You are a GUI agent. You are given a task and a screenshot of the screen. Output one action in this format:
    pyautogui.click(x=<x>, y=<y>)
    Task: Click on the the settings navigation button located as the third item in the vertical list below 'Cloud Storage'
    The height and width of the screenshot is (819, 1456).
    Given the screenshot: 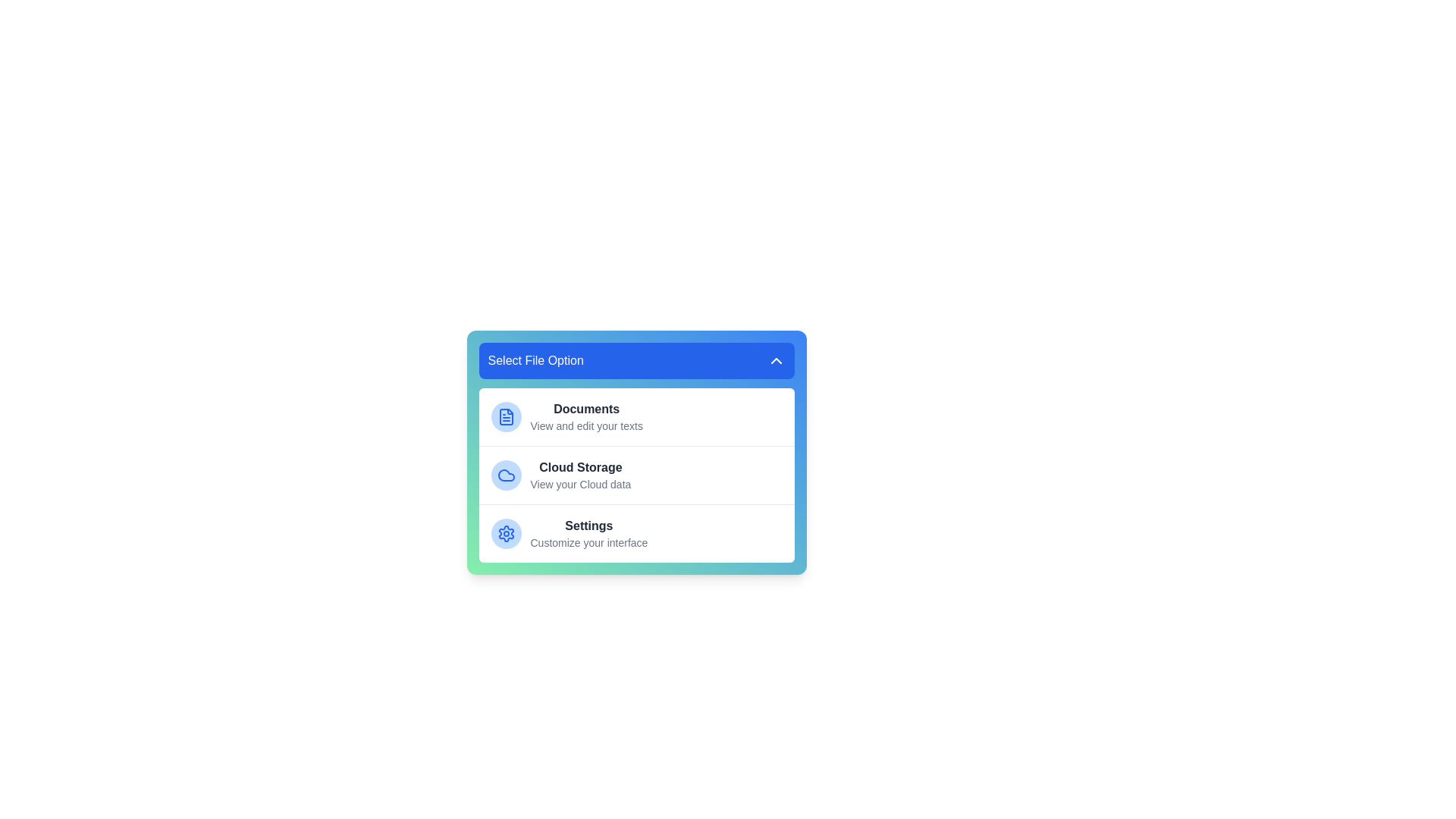 What is the action you would take?
    pyautogui.click(x=636, y=532)
    